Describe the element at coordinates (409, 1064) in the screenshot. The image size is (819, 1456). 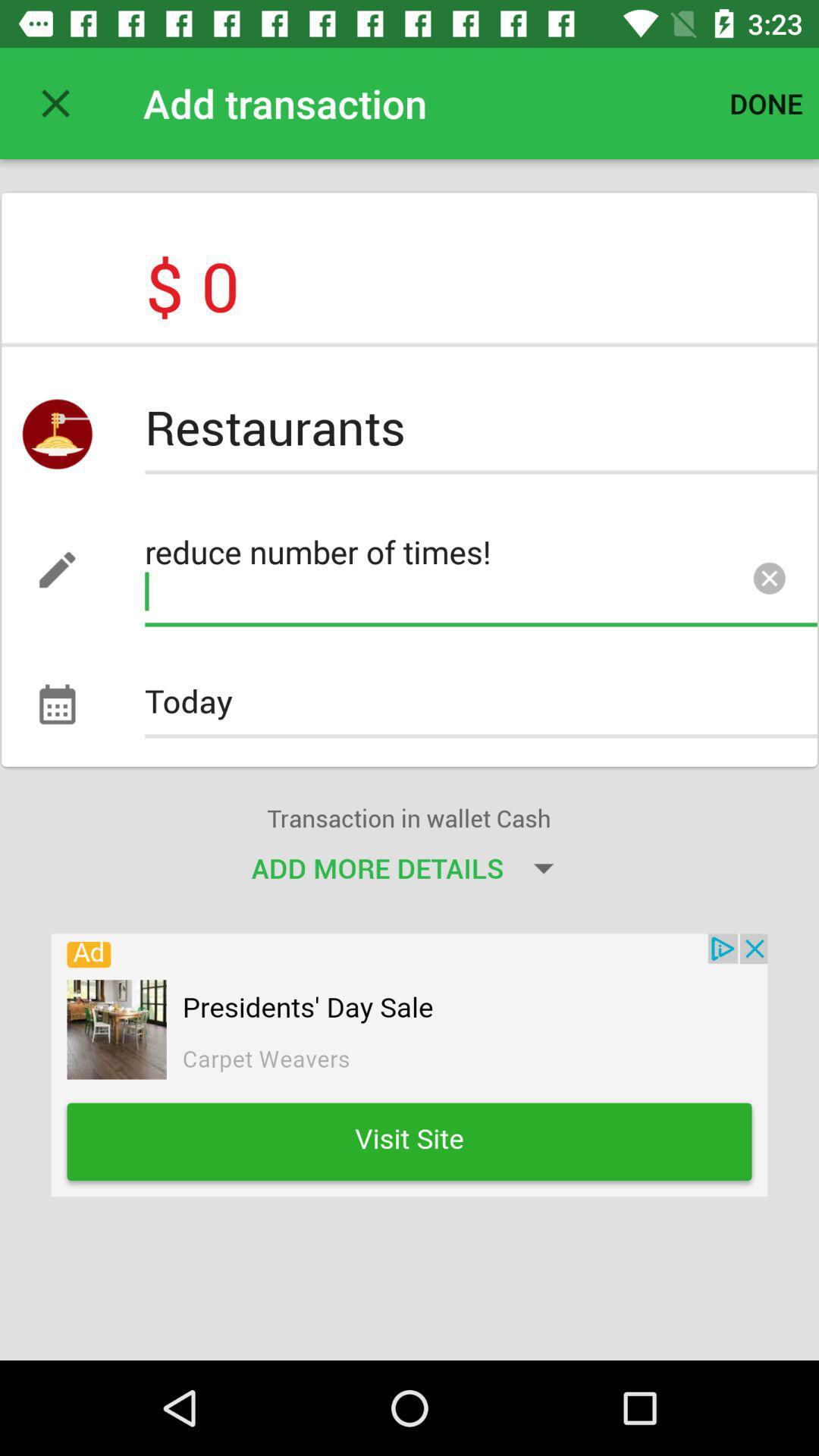
I see `banner advertisement` at that location.